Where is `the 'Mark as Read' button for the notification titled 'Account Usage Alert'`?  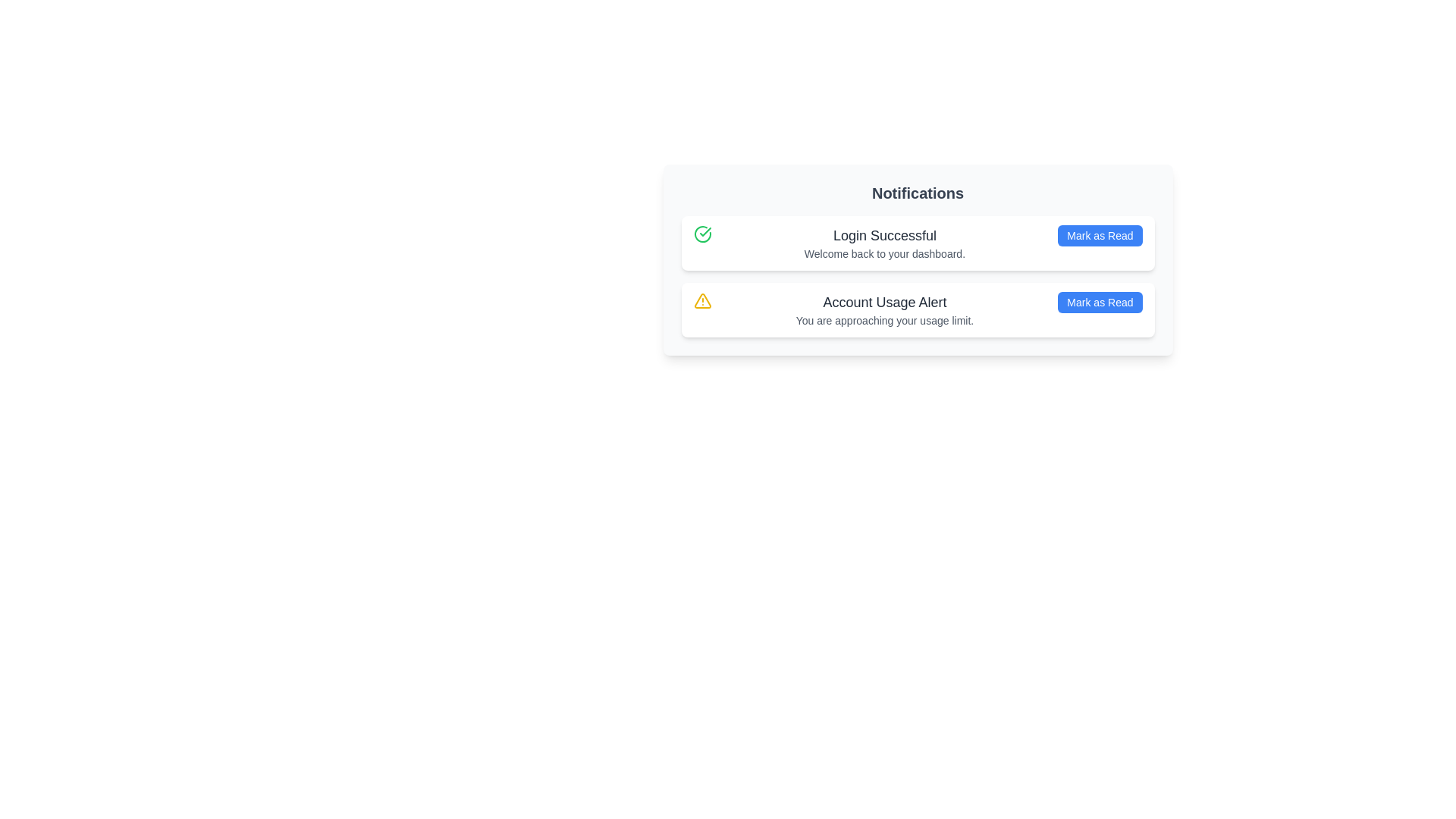
the 'Mark as Read' button for the notification titled 'Account Usage Alert' is located at coordinates (1100, 302).